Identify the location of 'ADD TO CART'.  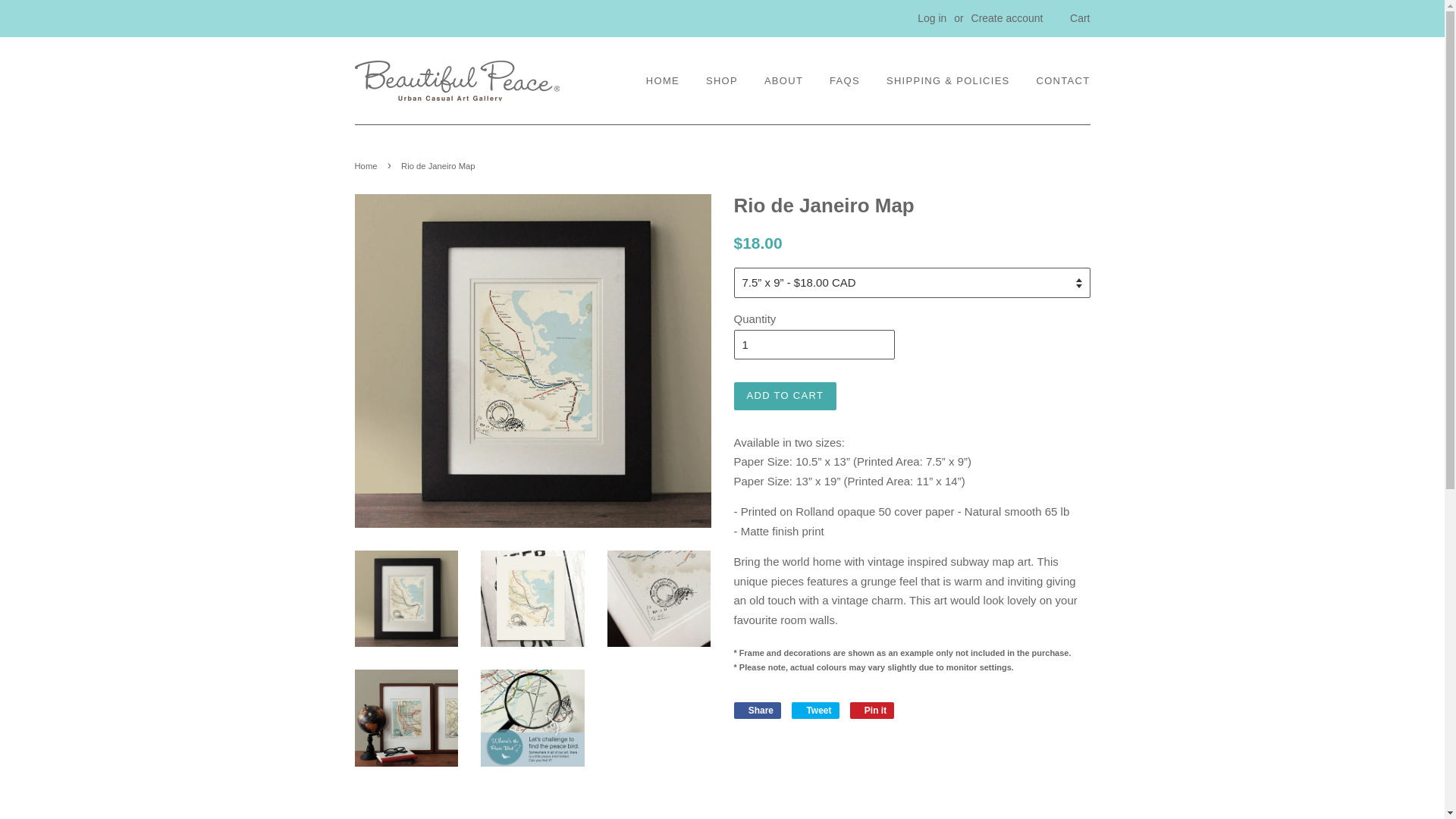
(786, 394).